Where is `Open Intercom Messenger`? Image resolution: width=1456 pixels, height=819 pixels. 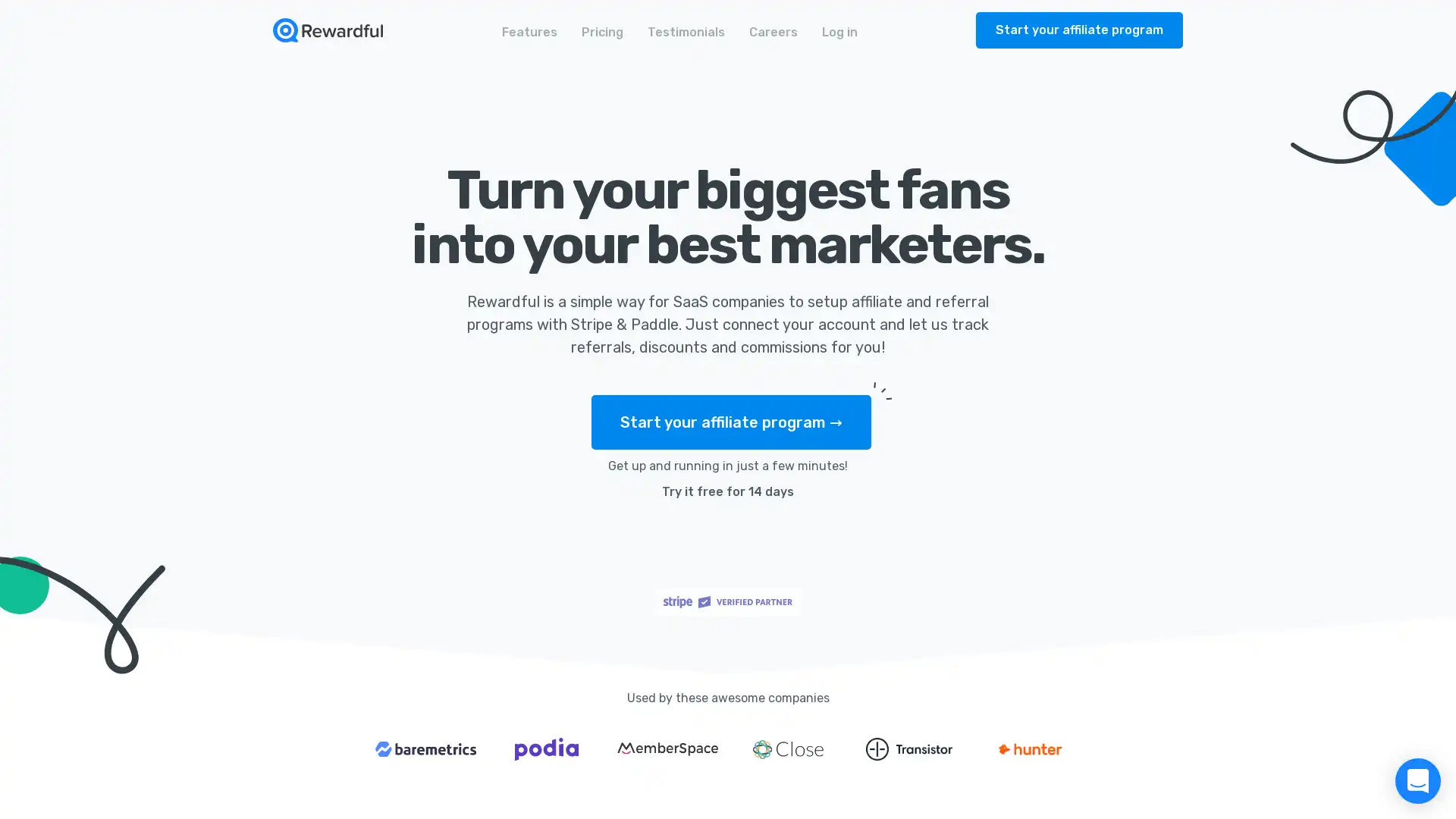
Open Intercom Messenger is located at coordinates (1417, 780).